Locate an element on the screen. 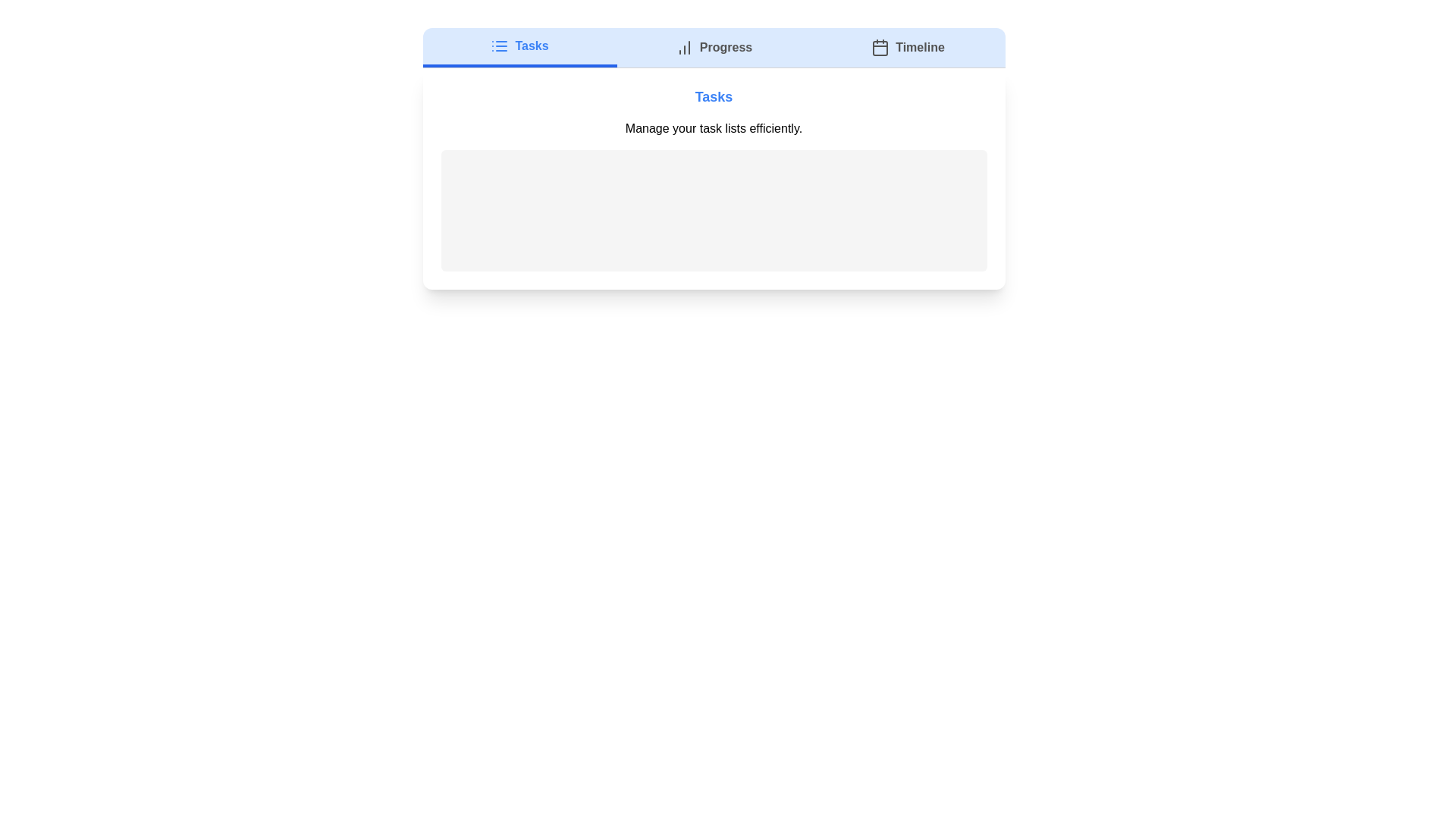  the 'Progress' tab in the navigation bar is located at coordinates (713, 46).